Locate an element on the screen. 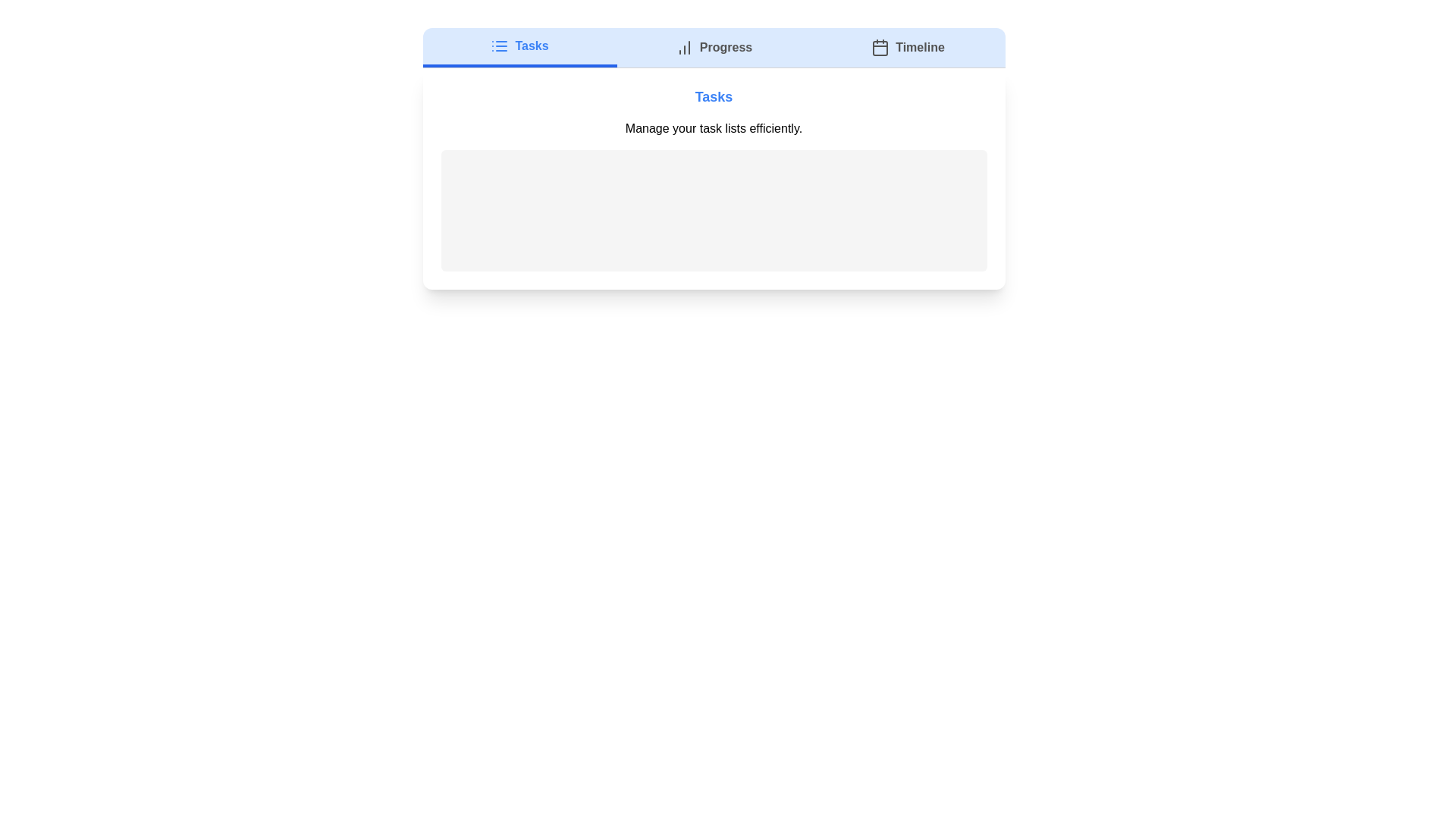  the 'Progress' tab in the navigation bar is located at coordinates (713, 46).